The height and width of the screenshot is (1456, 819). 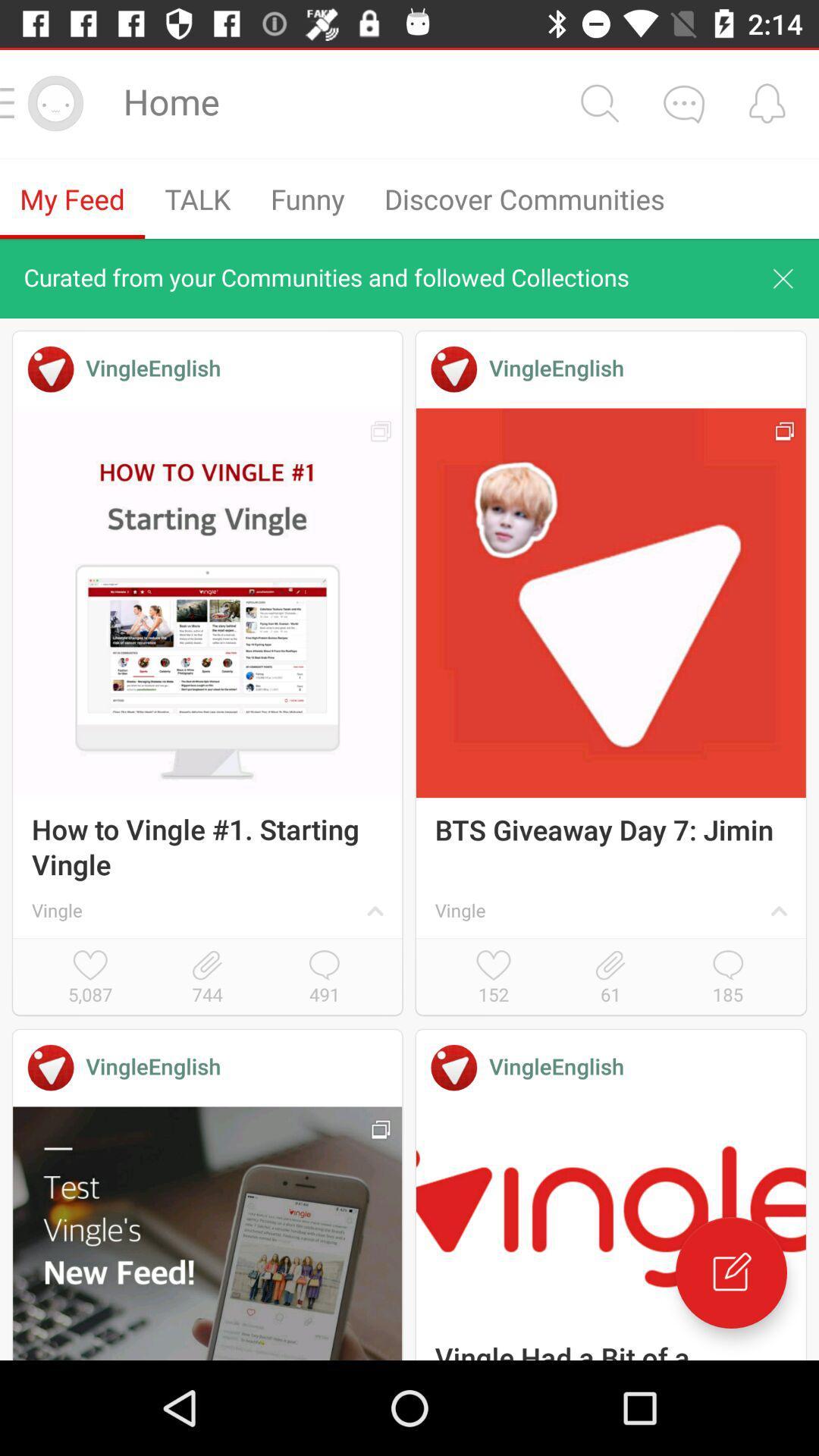 What do you see at coordinates (598, 102) in the screenshot?
I see `the search icon` at bounding box center [598, 102].